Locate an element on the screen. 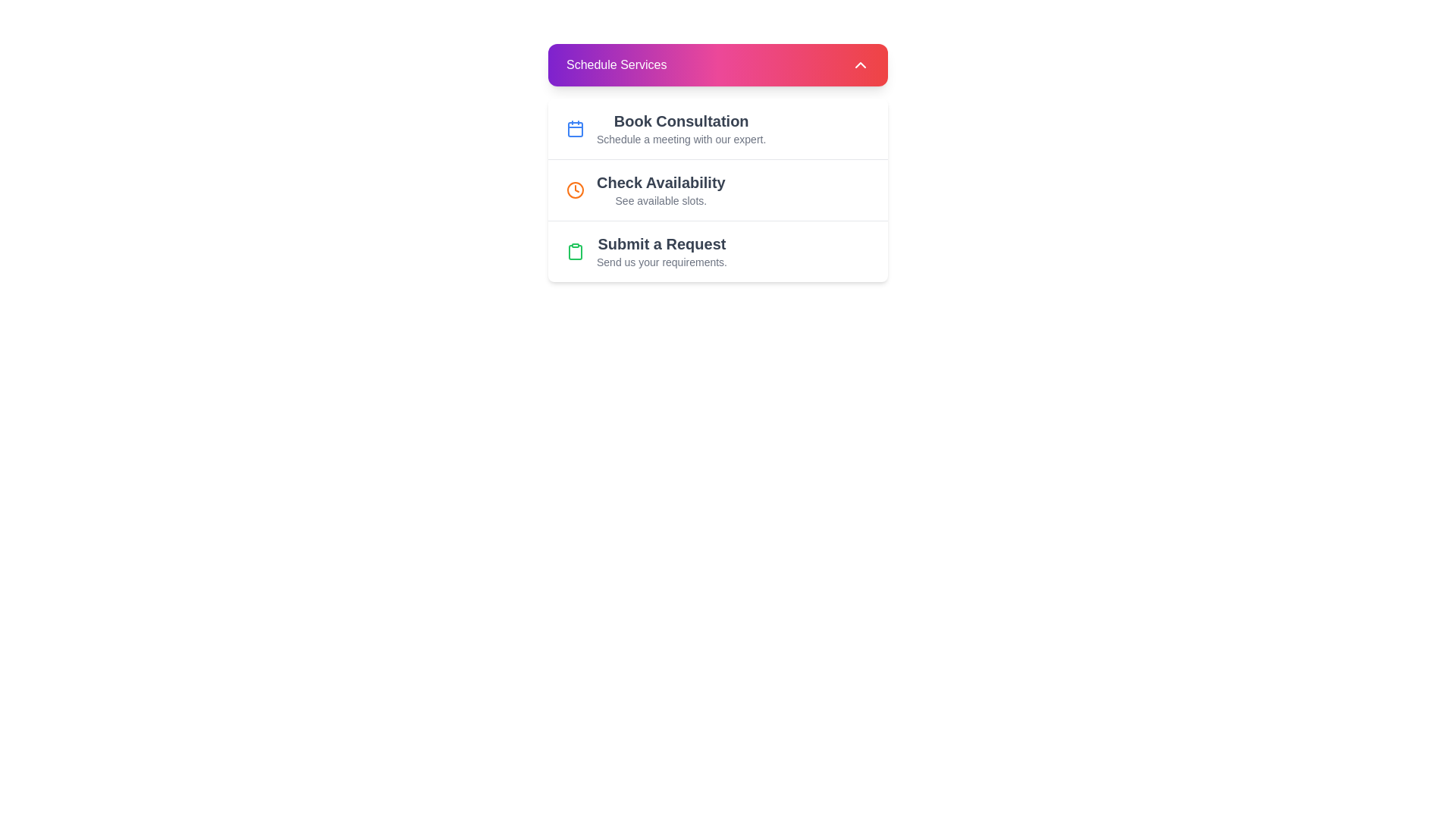 The width and height of the screenshot is (1456, 819). the green-colored clipboard icon in the 'Schedule Services' dropdown, located to the left of 'Submit a Request' is located at coordinates (574, 250).